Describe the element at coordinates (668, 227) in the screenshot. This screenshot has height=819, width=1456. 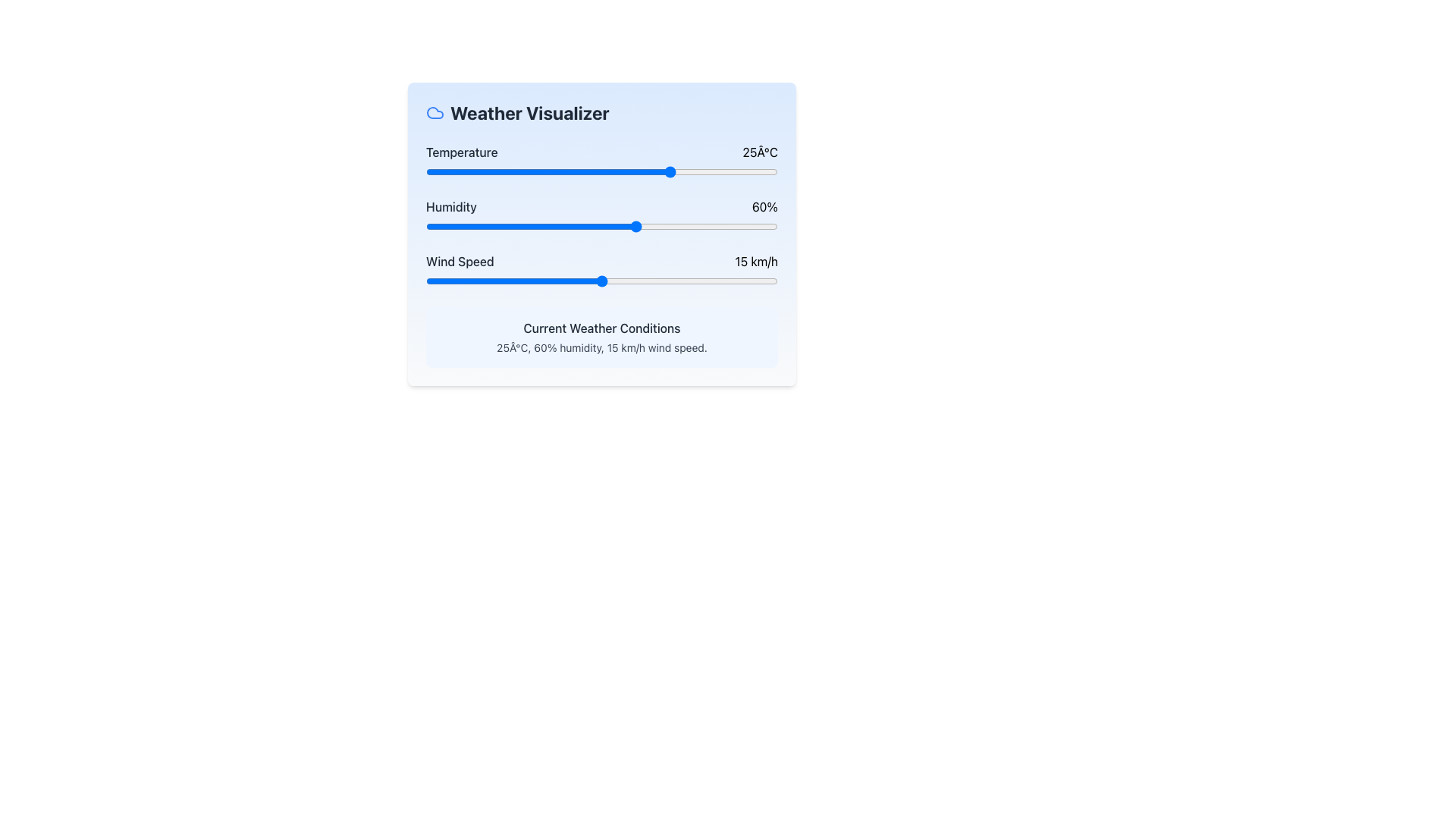
I see `the humidity level` at that location.